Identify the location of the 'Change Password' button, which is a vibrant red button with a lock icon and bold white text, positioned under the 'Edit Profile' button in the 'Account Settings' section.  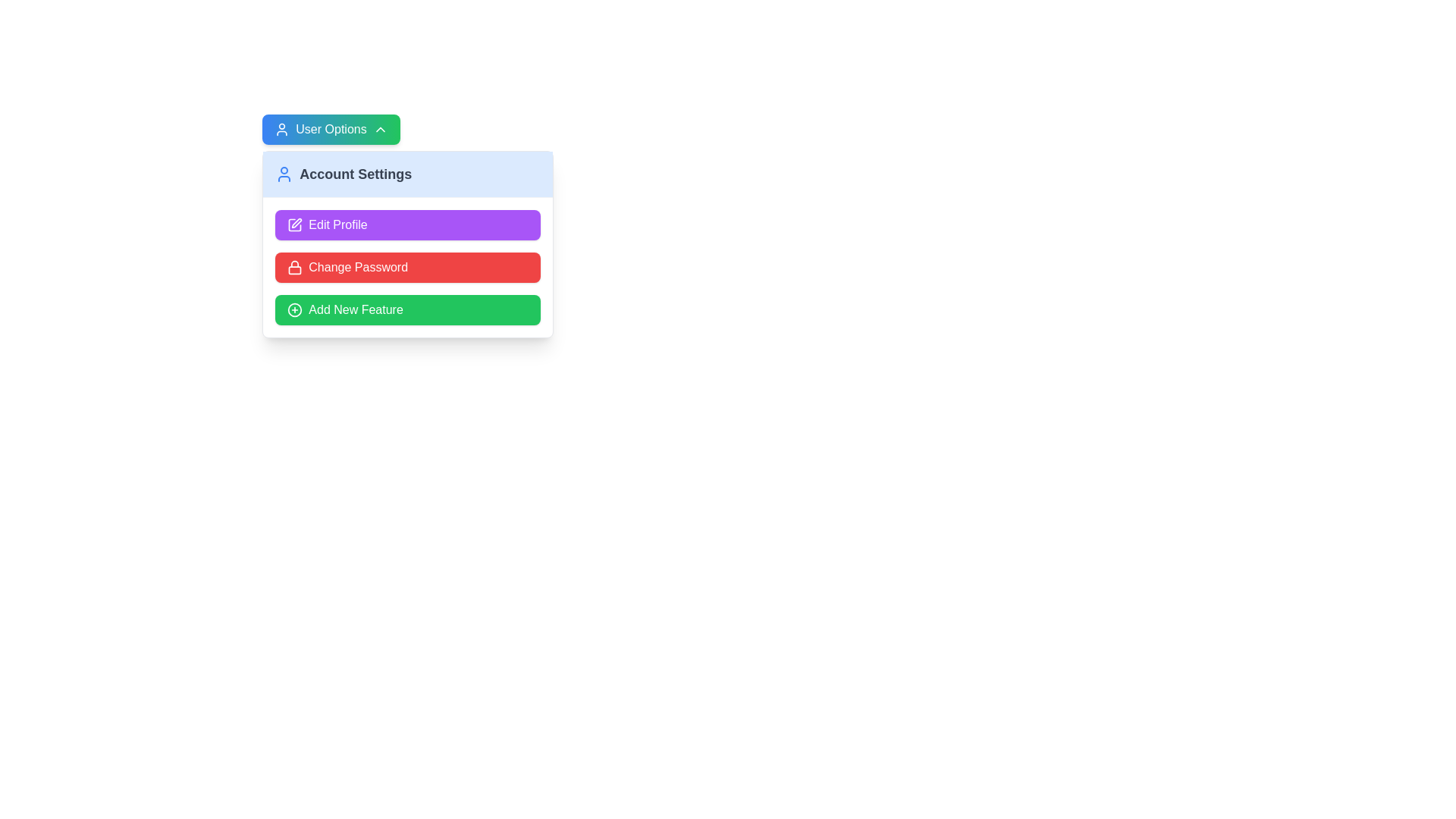
(408, 267).